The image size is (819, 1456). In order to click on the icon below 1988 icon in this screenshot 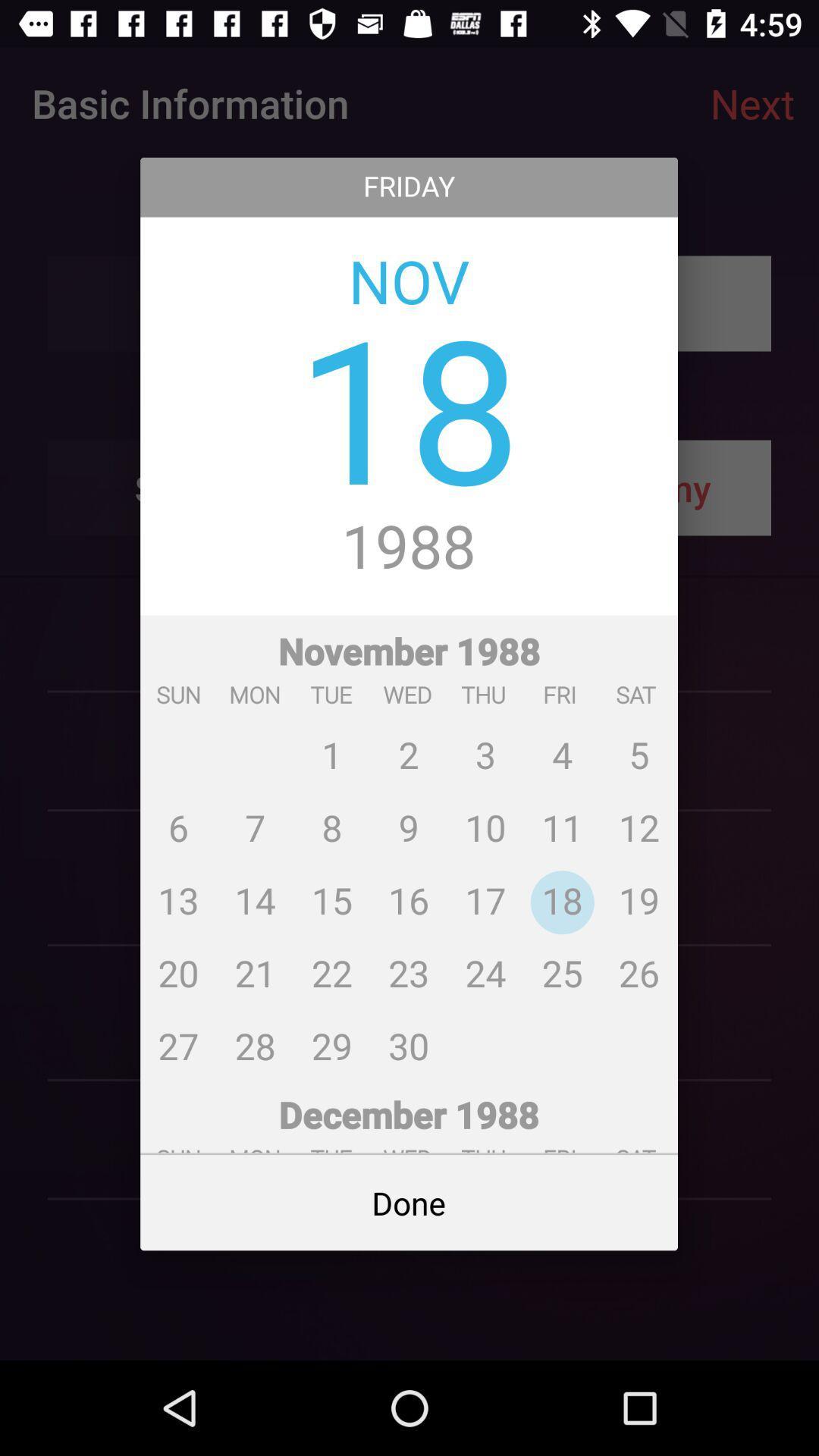, I will do `click(408, 846)`.